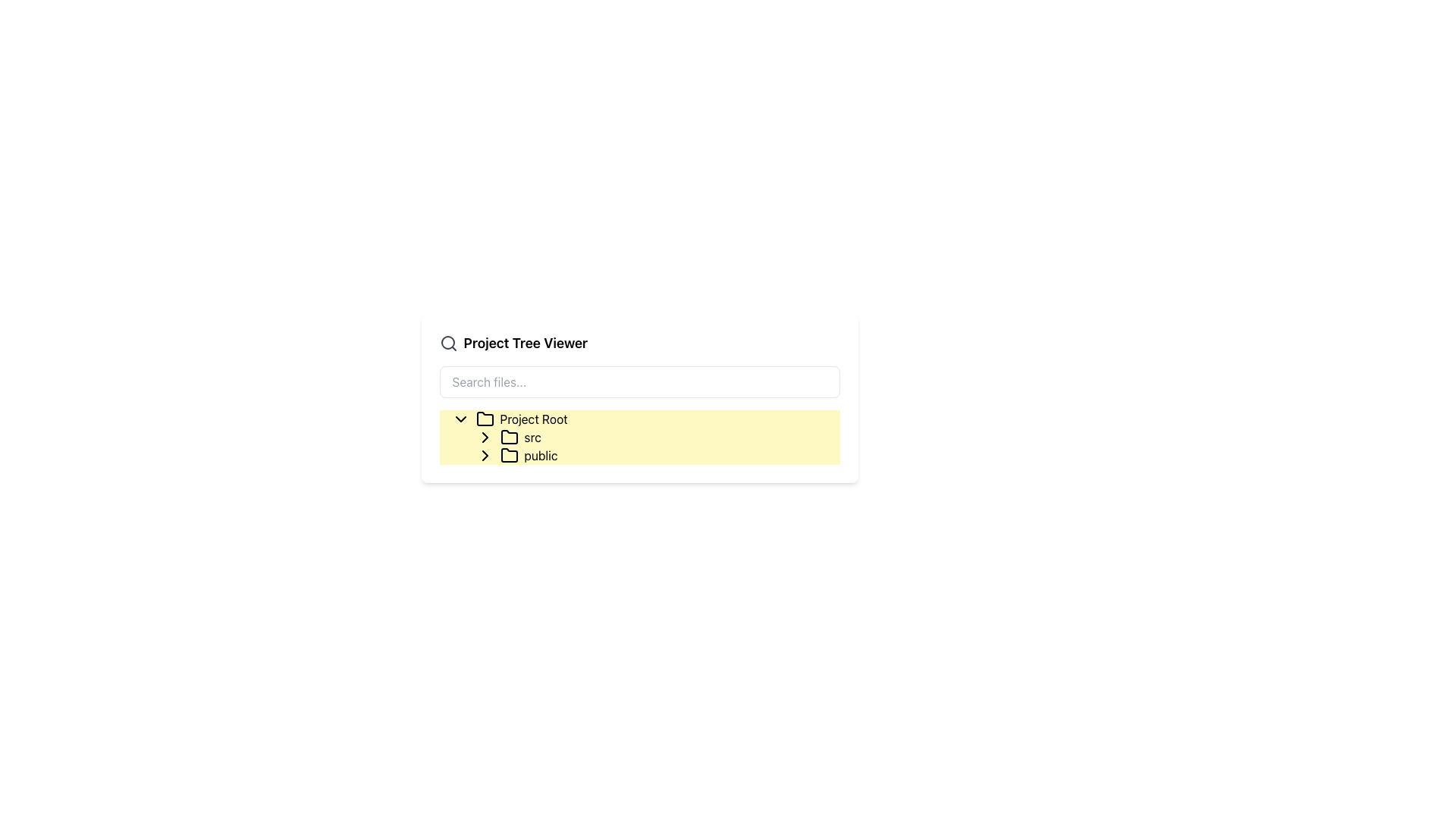 Image resolution: width=1456 pixels, height=819 pixels. Describe the element at coordinates (484, 419) in the screenshot. I see `the row labeled 'Project Root' by clicking on the folder icon located in the top-left portion of the highlighted yellow row` at that location.